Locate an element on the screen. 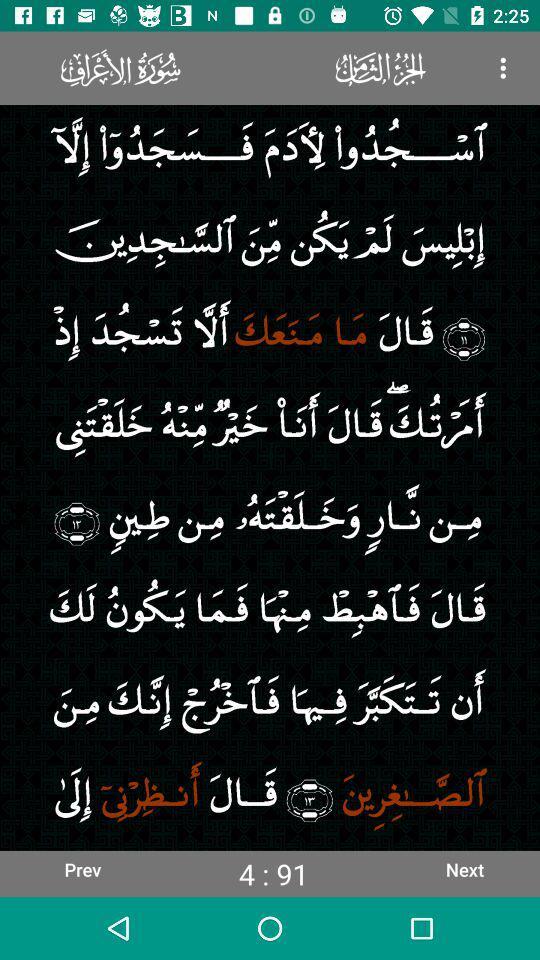  next item is located at coordinates (464, 868).